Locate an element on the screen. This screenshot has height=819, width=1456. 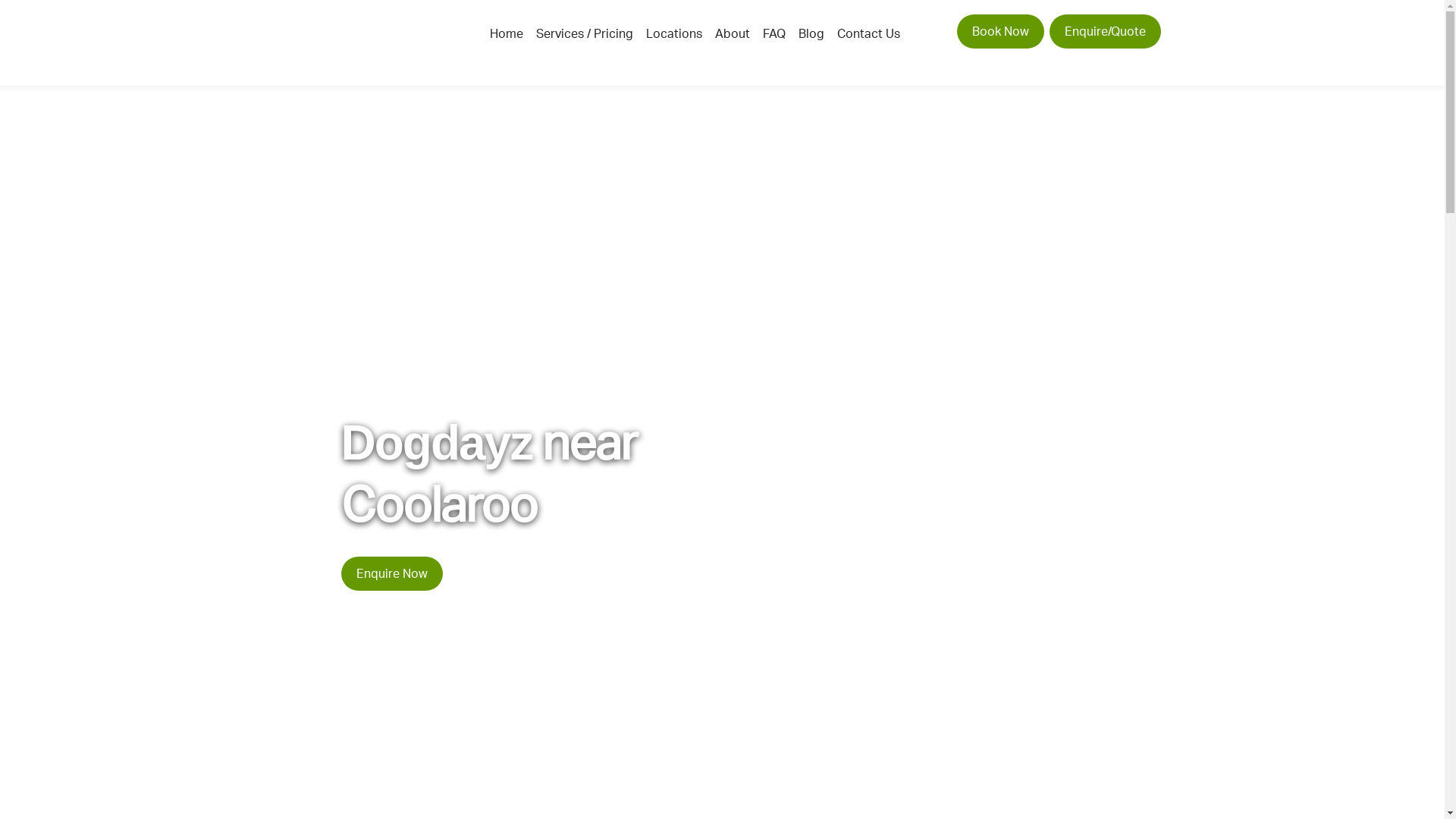
'Enquire Now' is located at coordinates (392, 573).